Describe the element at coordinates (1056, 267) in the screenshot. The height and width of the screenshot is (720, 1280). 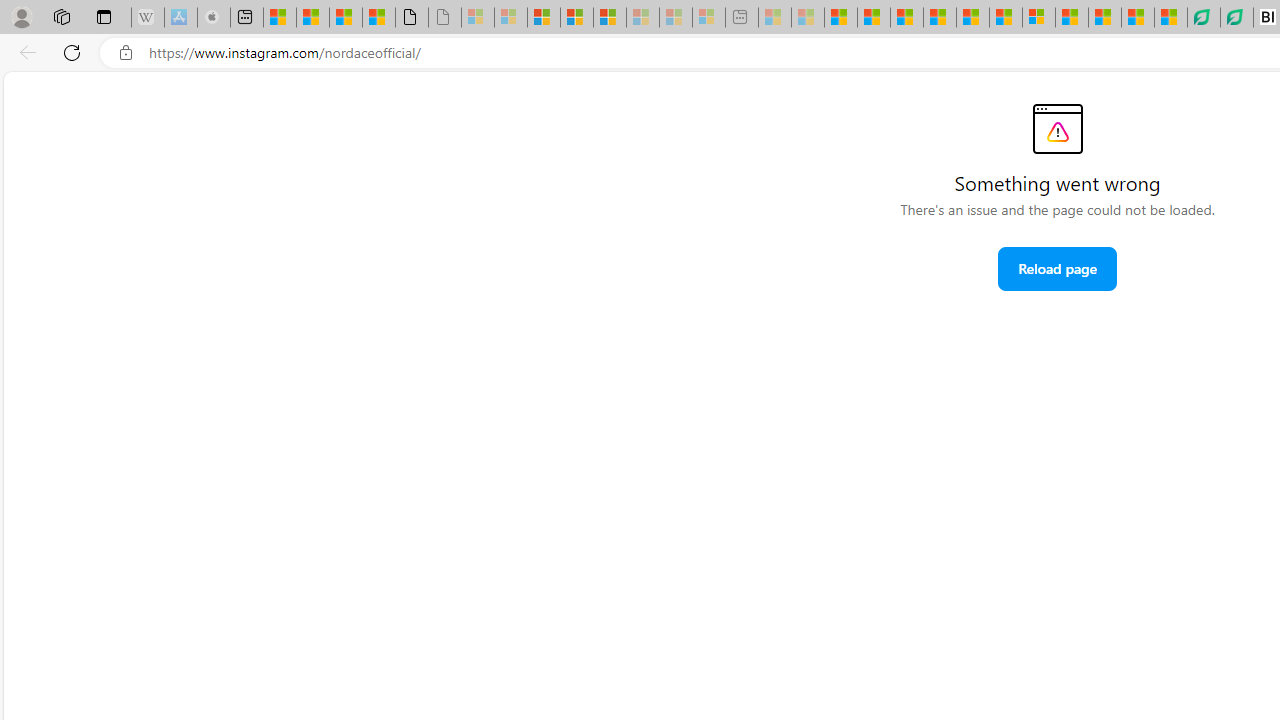
I see `'Reload page'` at that location.